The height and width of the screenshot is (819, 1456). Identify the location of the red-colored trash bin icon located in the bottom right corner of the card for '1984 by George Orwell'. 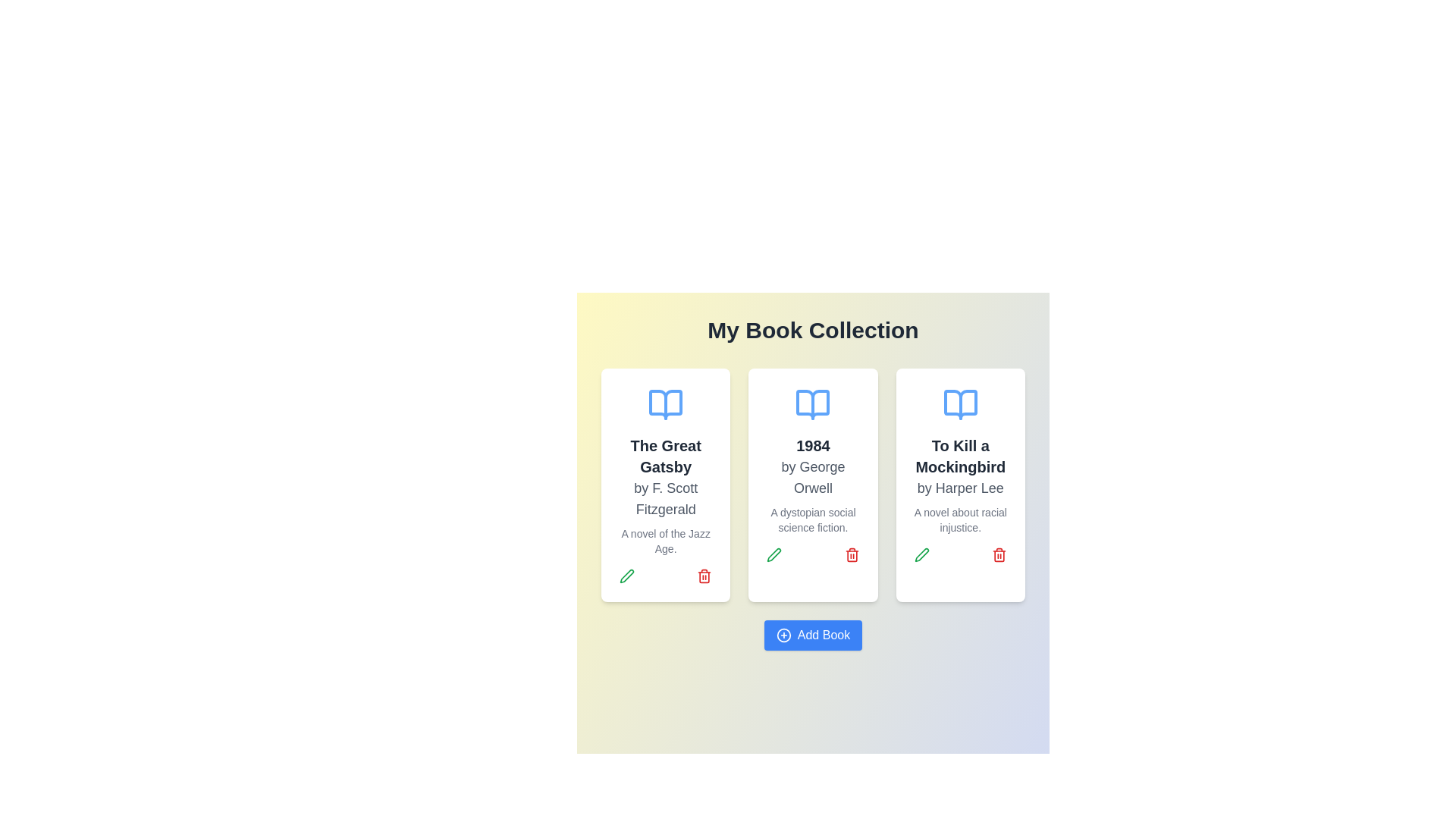
(852, 555).